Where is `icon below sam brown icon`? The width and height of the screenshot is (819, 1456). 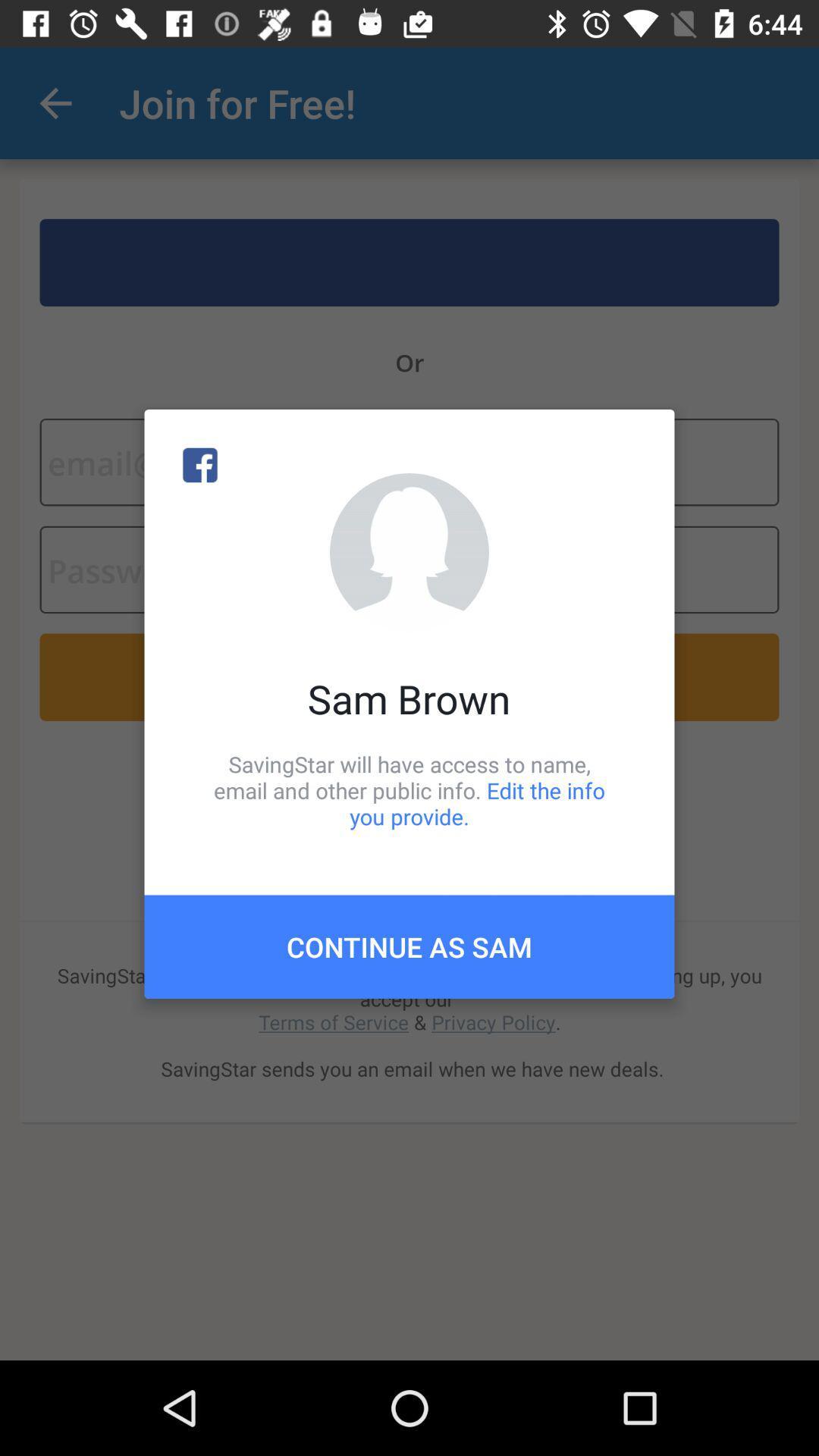
icon below sam brown icon is located at coordinates (409, 789).